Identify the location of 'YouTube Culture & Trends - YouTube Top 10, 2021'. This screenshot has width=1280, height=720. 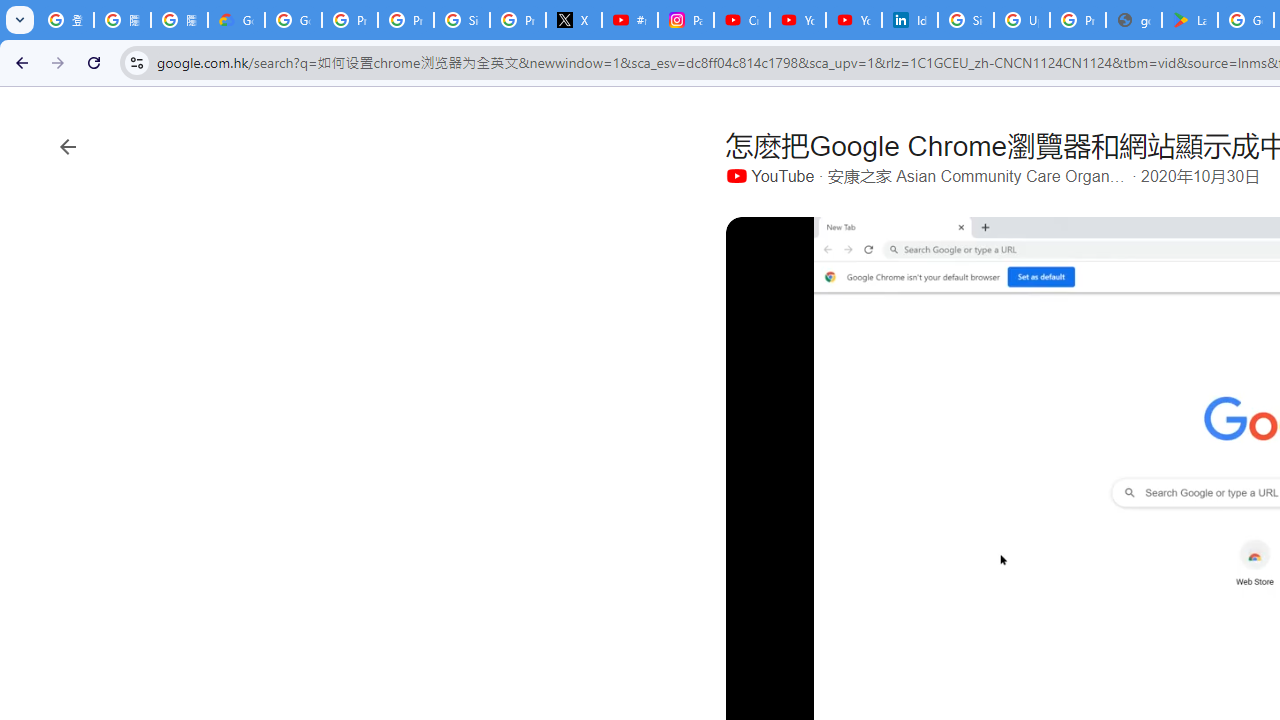
(853, 20).